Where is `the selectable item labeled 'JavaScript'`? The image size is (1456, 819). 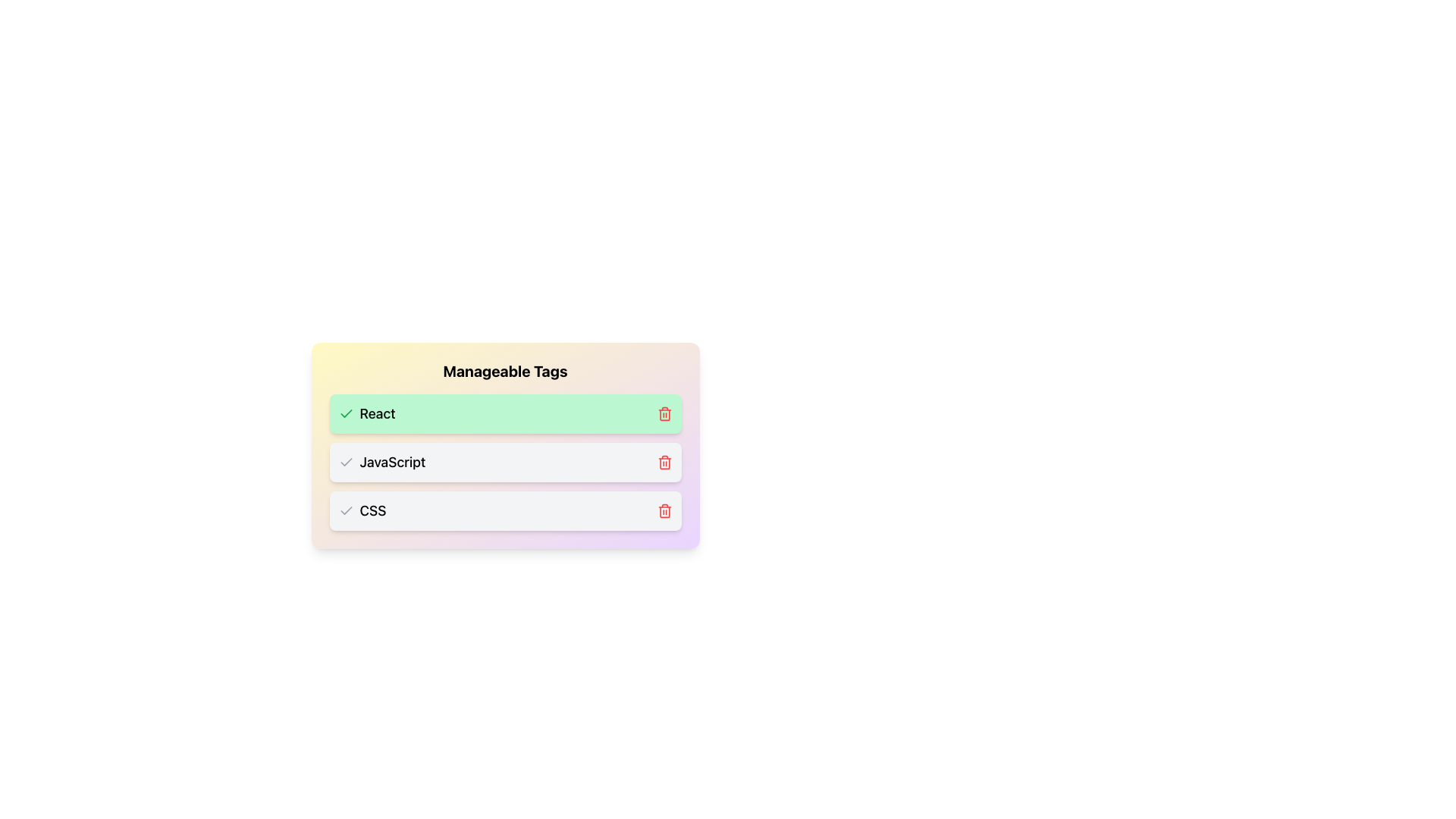
the selectable item labeled 'JavaScript' is located at coordinates (505, 461).